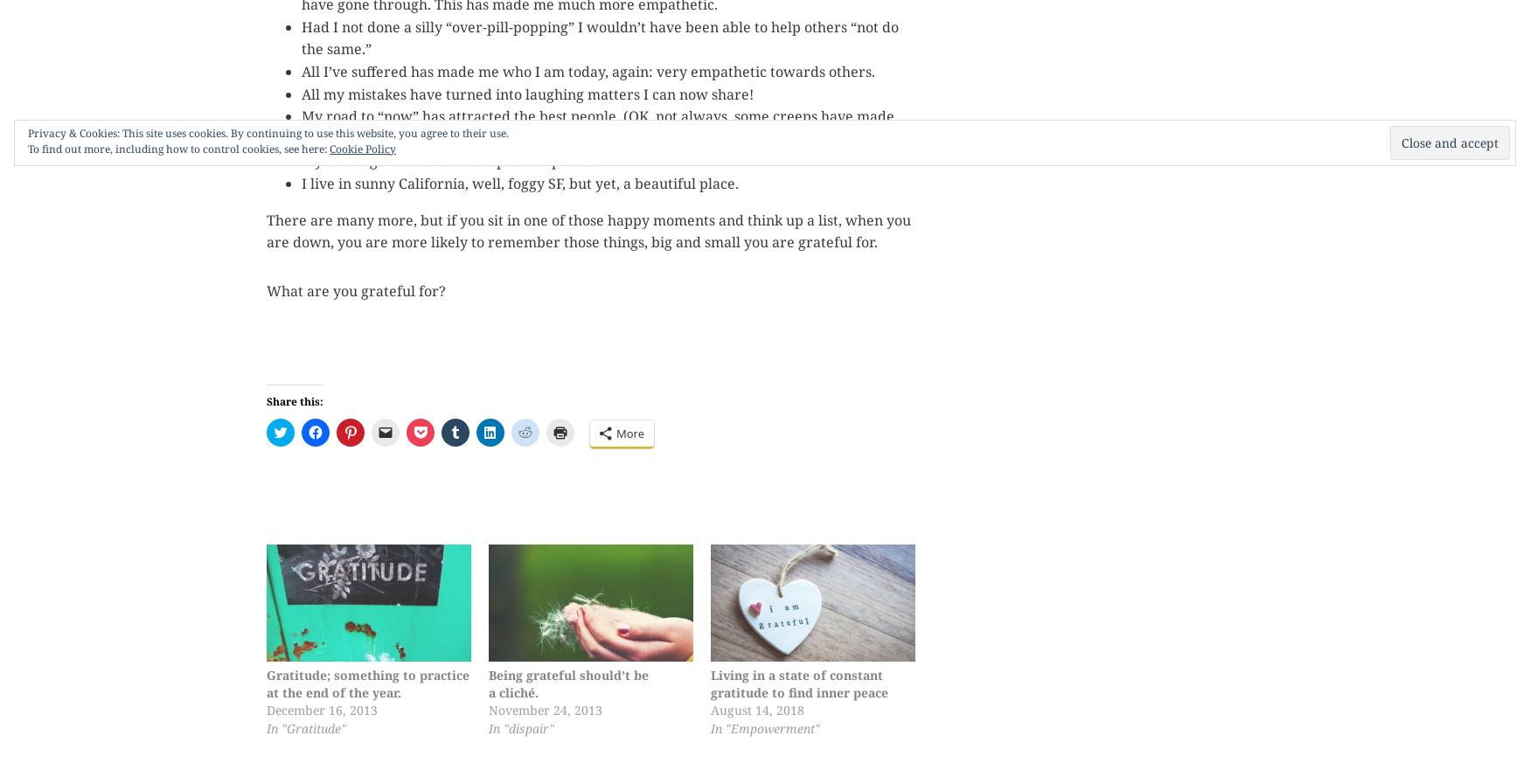 Image resolution: width=1530 pixels, height=784 pixels. I want to click on 'Privacy & Cookies: This site uses cookies. By continuing to use this website, you agree to their use.', so click(267, 132).